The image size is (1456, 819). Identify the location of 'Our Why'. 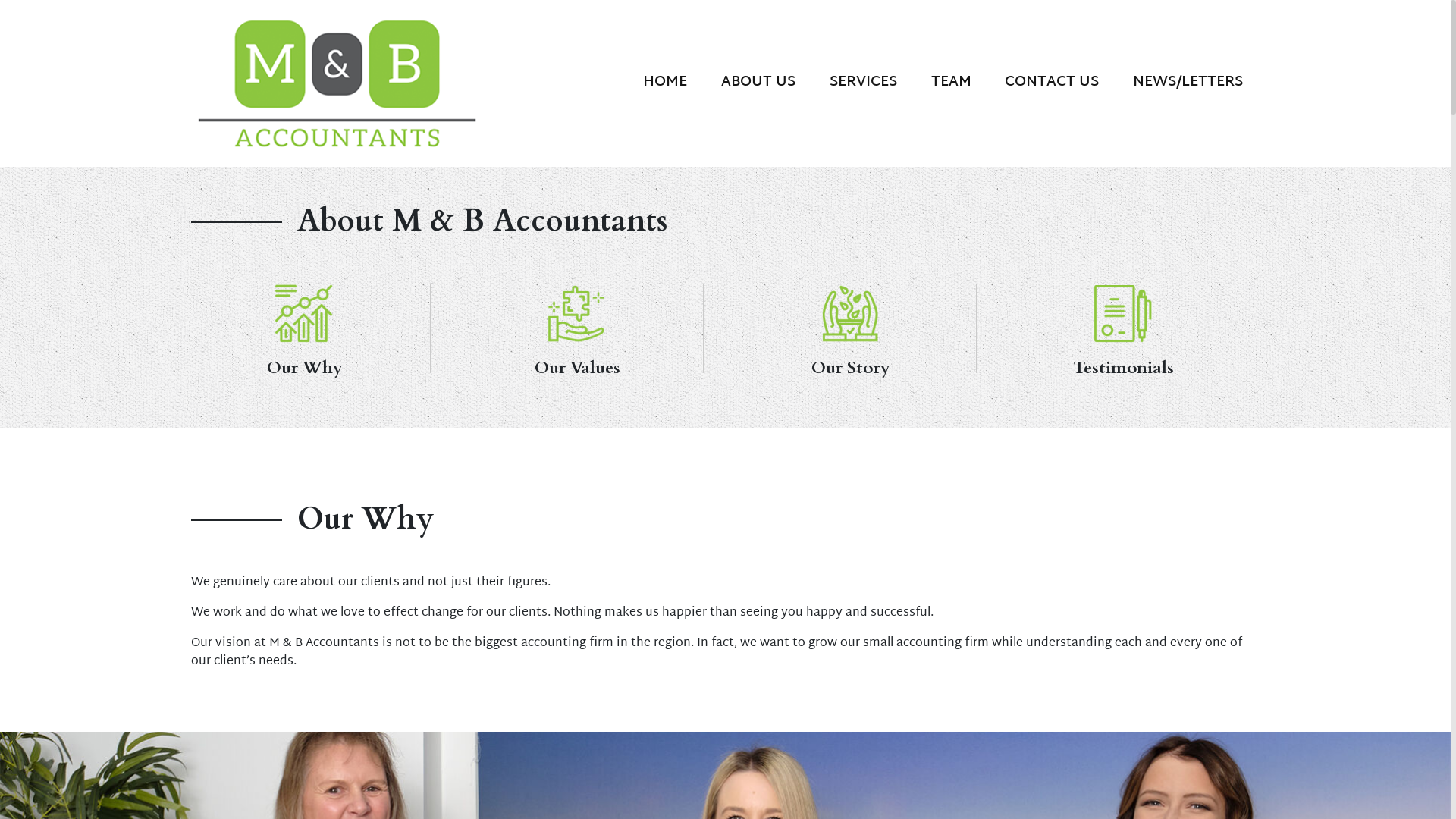
(303, 327).